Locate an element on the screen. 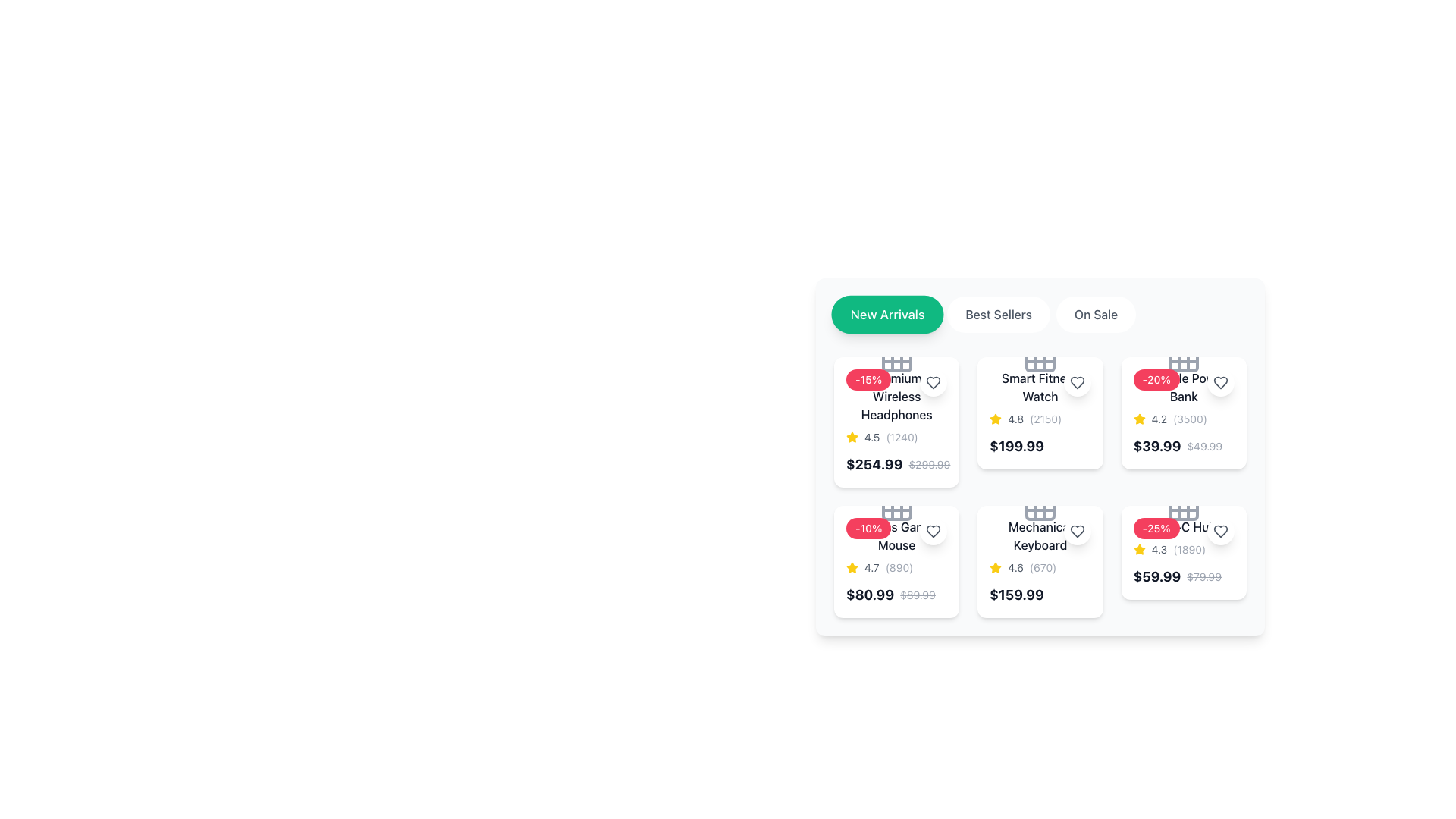 The width and height of the screenshot is (1456, 819). the circular button with a heart icon located in the top-right corner of the product card is located at coordinates (1220, 531).